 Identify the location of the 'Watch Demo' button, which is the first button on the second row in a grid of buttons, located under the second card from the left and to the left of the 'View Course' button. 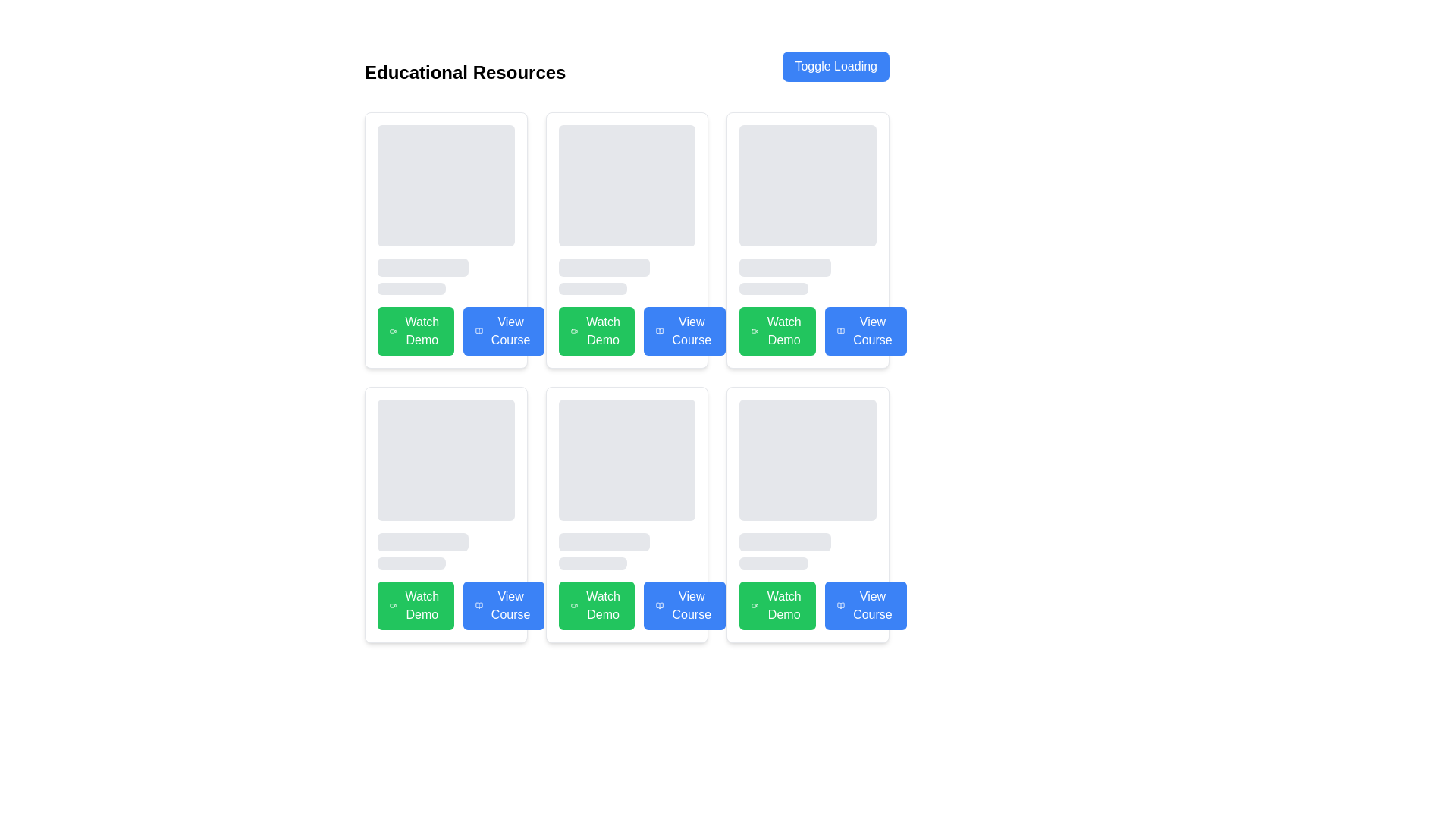
(626, 330).